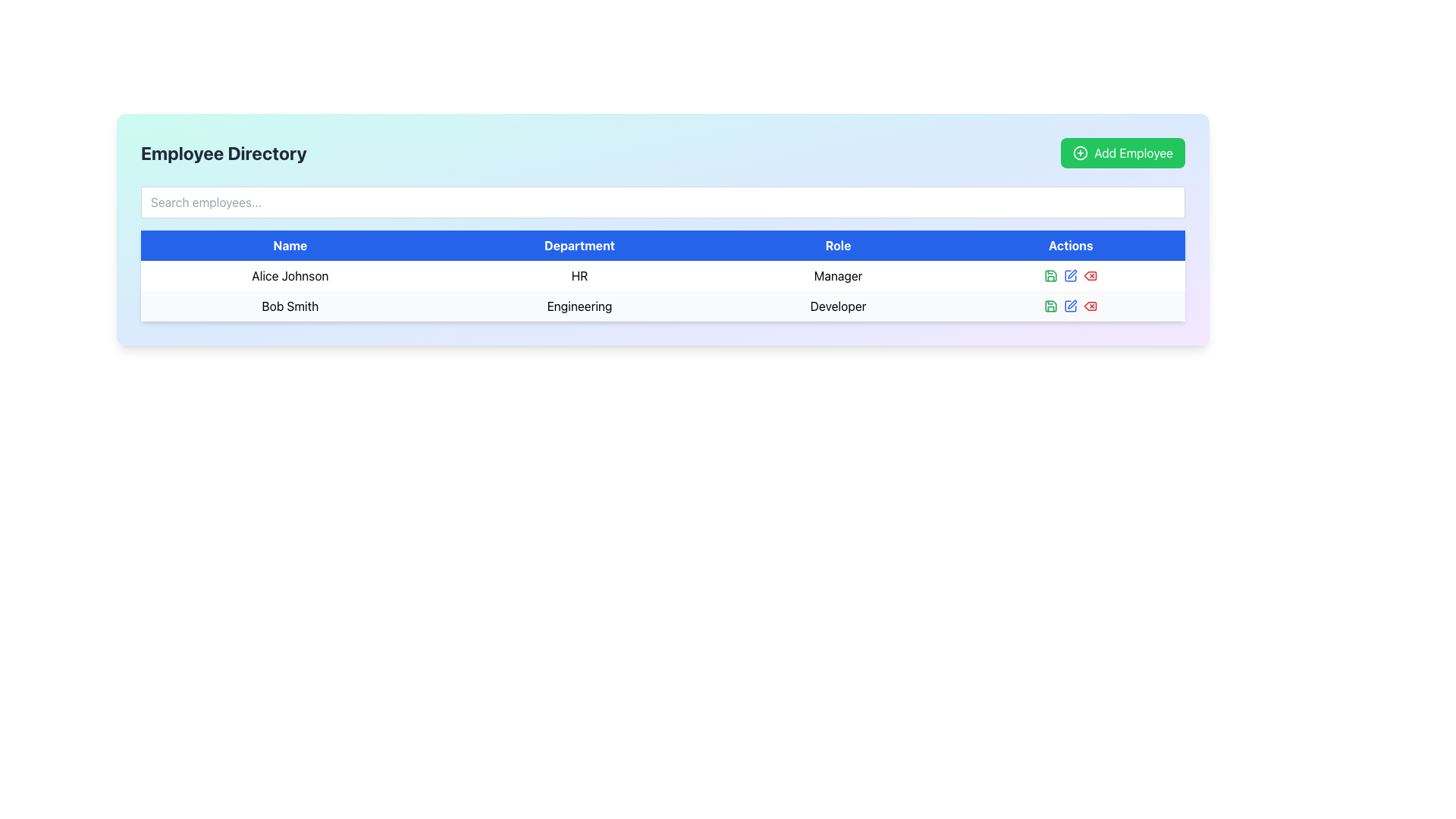 The height and width of the screenshot is (819, 1456). I want to click on information displayed in the table row for employee Alice Johnson, which includes the department (HR) and role (Manager), so click(663, 275).